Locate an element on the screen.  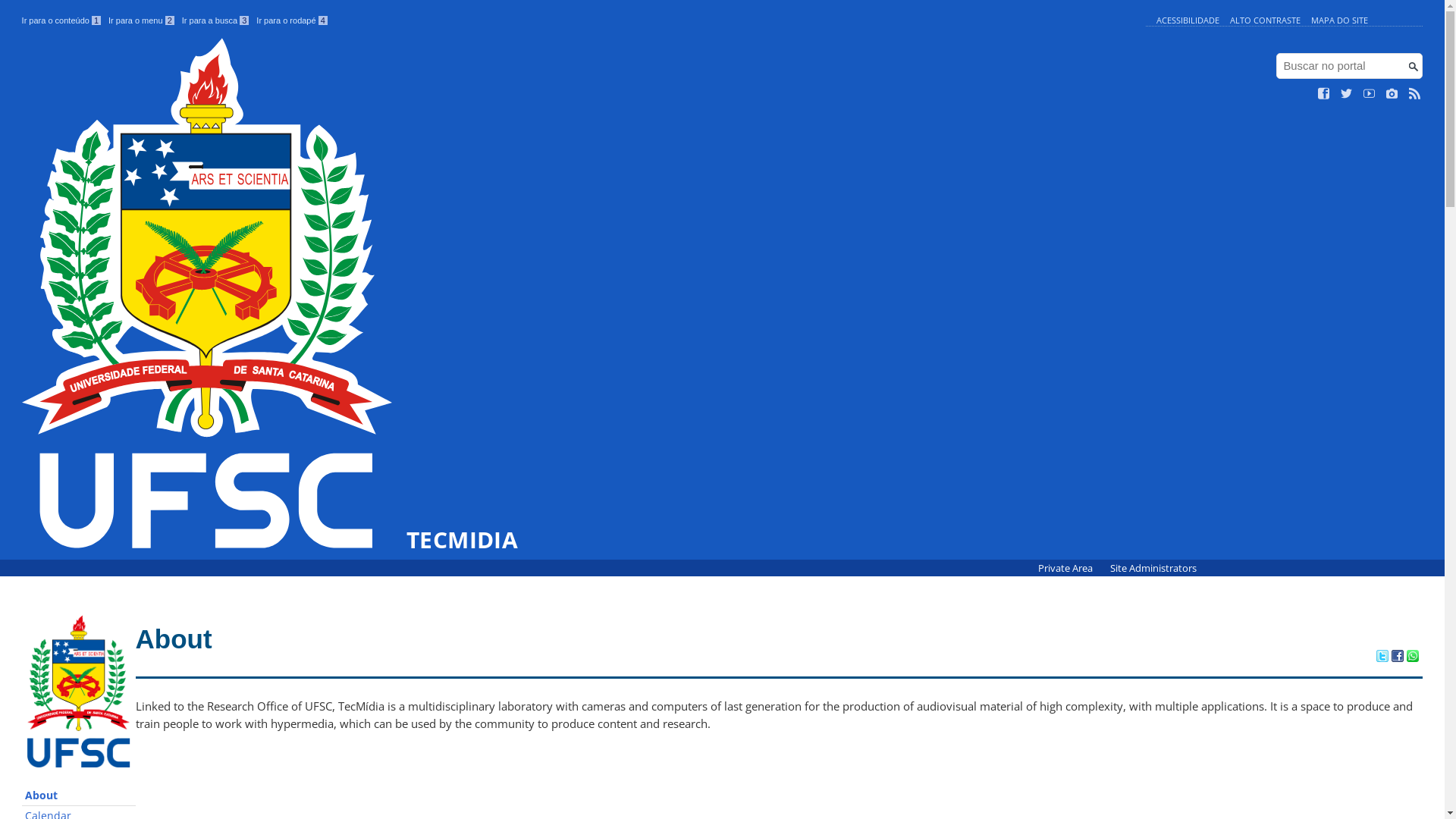
'Site Administrators' is located at coordinates (1153, 568).